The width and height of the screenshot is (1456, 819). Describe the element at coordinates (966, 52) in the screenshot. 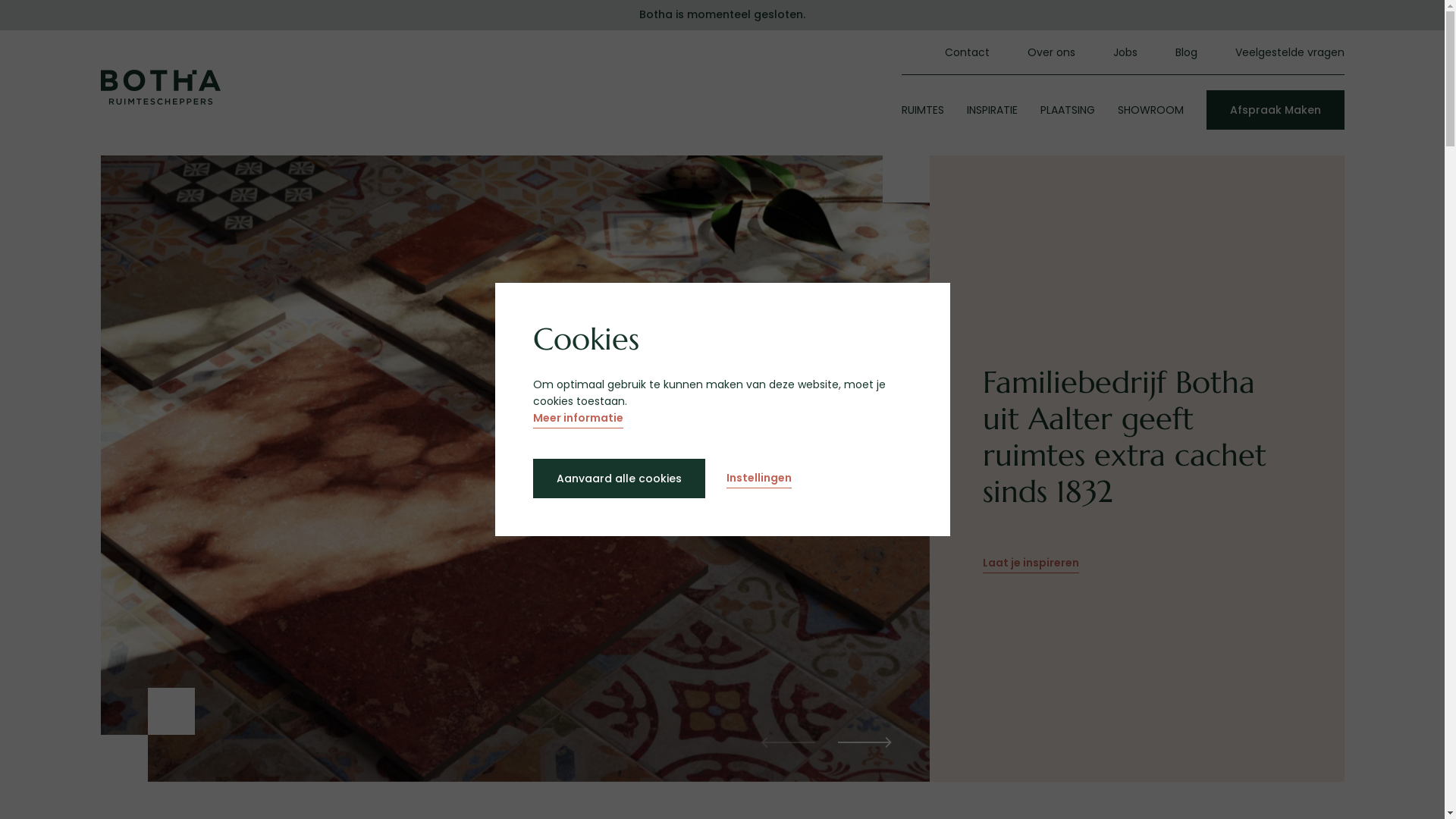

I see `'Contact'` at that location.